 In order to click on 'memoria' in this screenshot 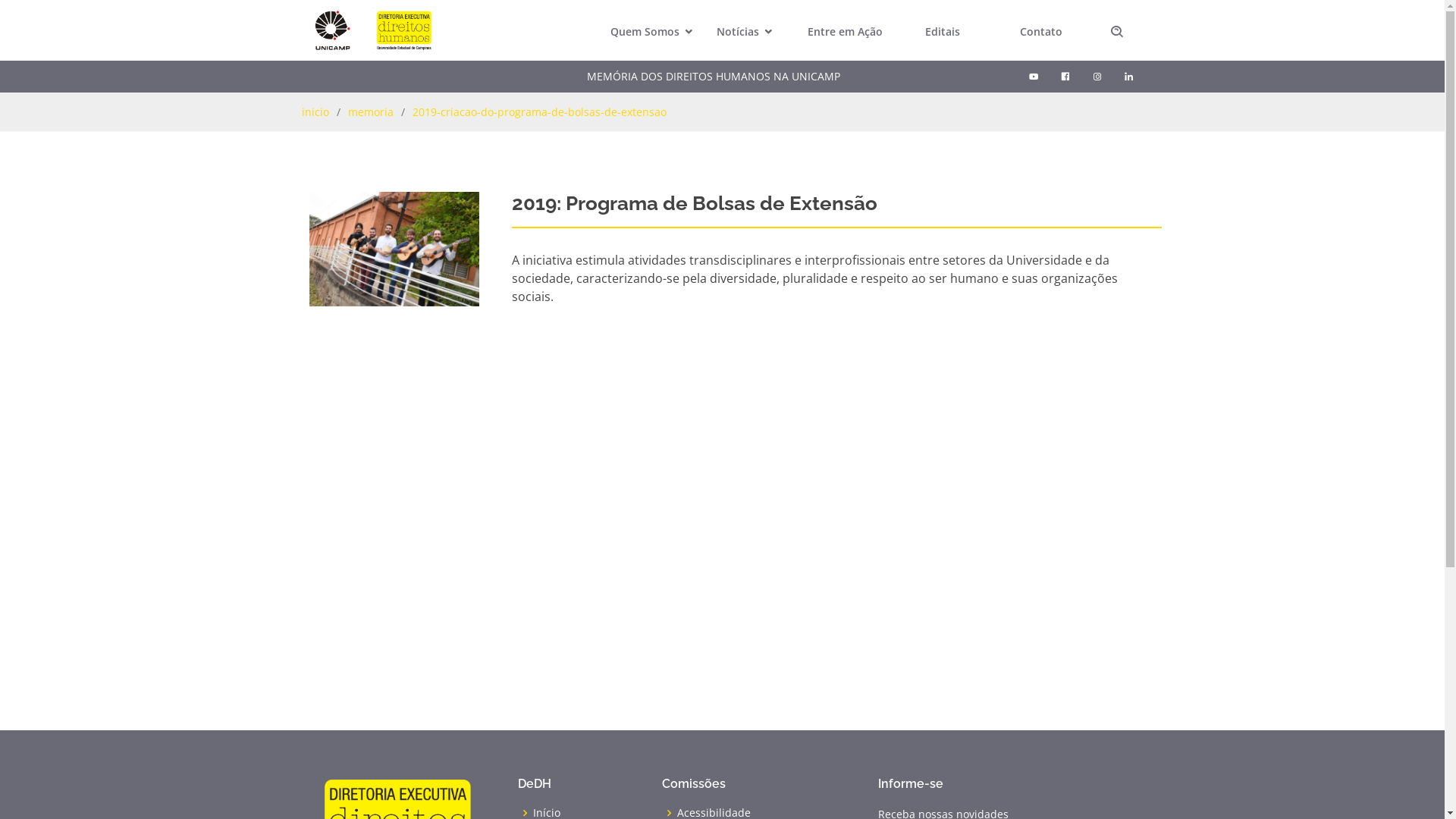, I will do `click(346, 111)`.